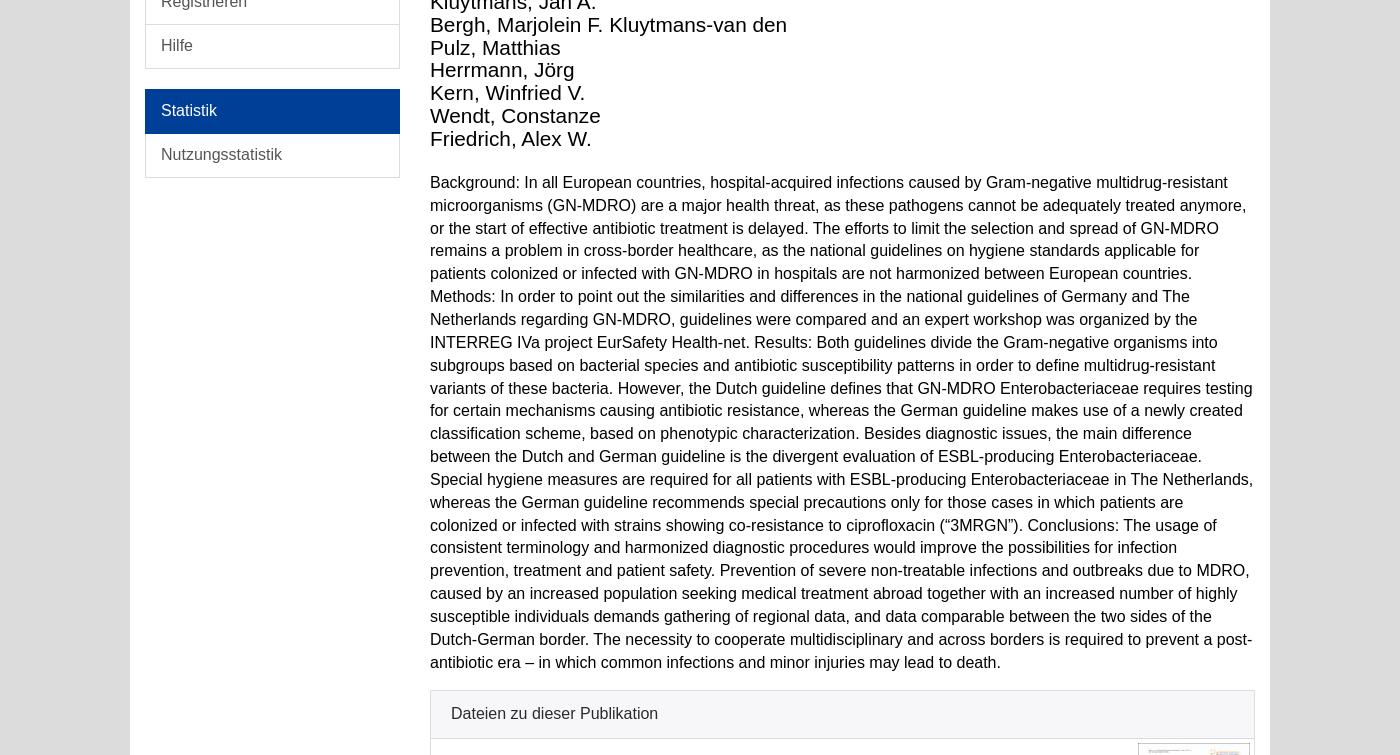 The height and width of the screenshot is (755, 1400). What do you see at coordinates (502, 69) in the screenshot?
I see `'Herrmann, Jörg'` at bounding box center [502, 69].